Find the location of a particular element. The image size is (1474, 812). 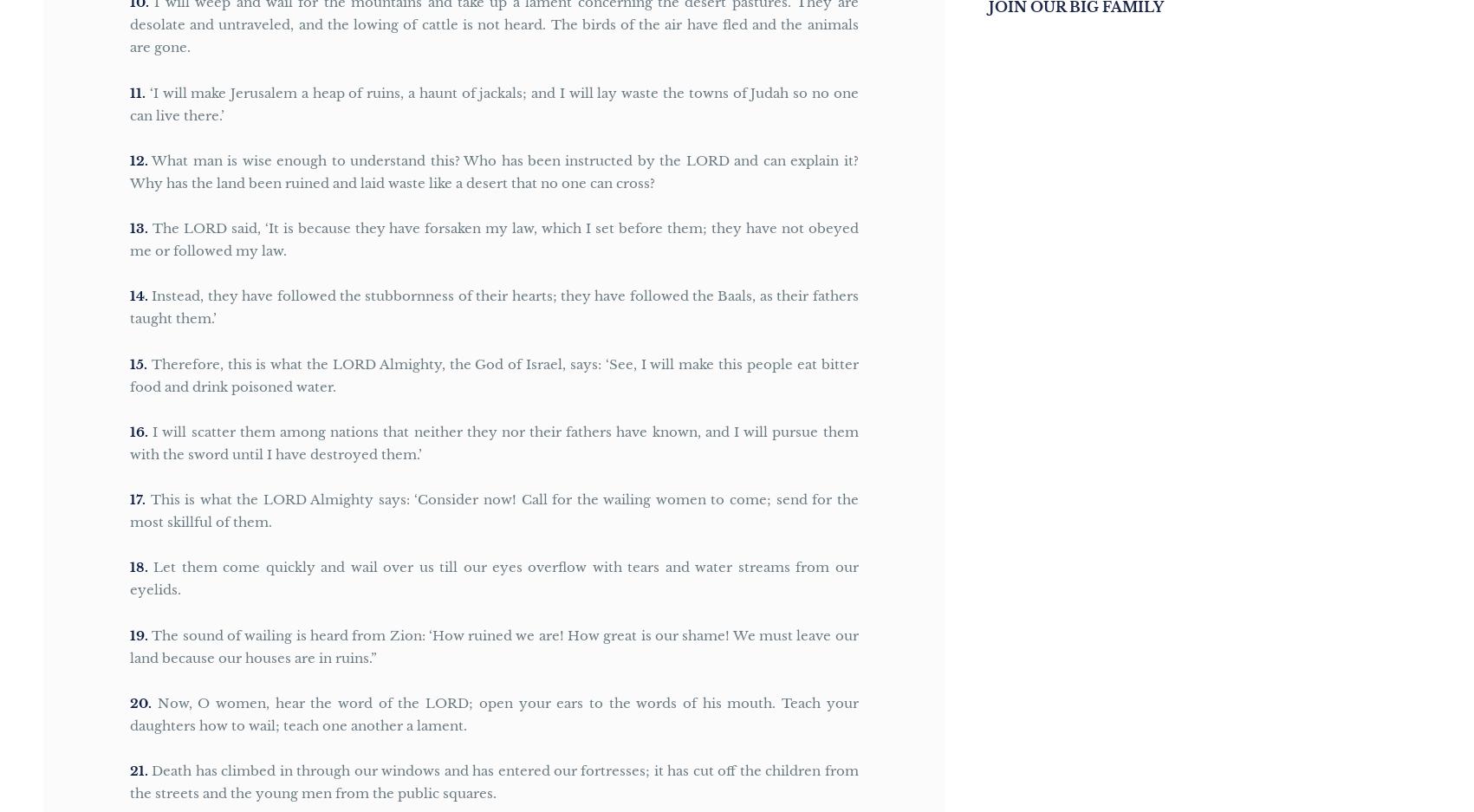

'The LORD said, ‘It is because they have forsaken my law, which I set before them; they have not obeyed me or followed my law.' is located at coordinates (494, 239).